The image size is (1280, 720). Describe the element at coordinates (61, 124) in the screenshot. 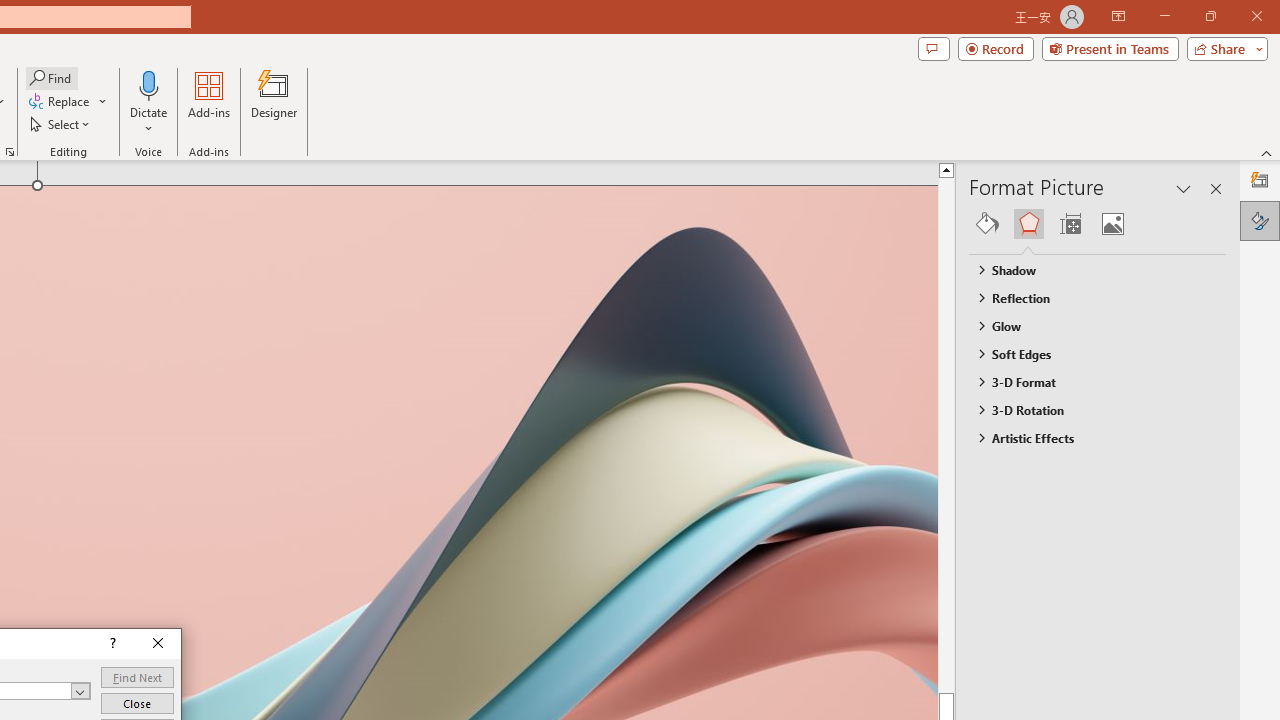

I see `'Select'` at that location.